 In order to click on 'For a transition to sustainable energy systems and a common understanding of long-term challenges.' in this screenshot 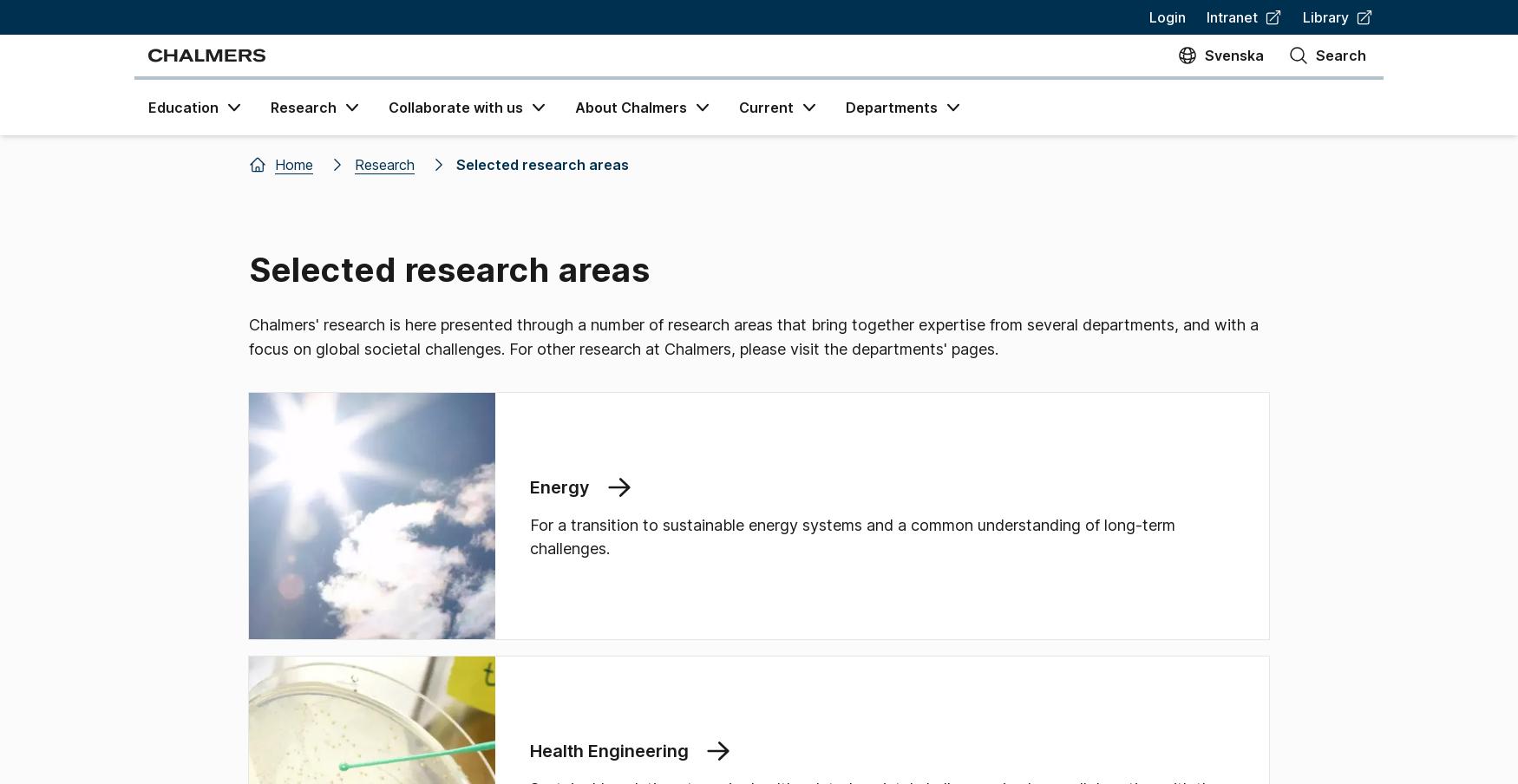, I will do `click(529, 535)`.